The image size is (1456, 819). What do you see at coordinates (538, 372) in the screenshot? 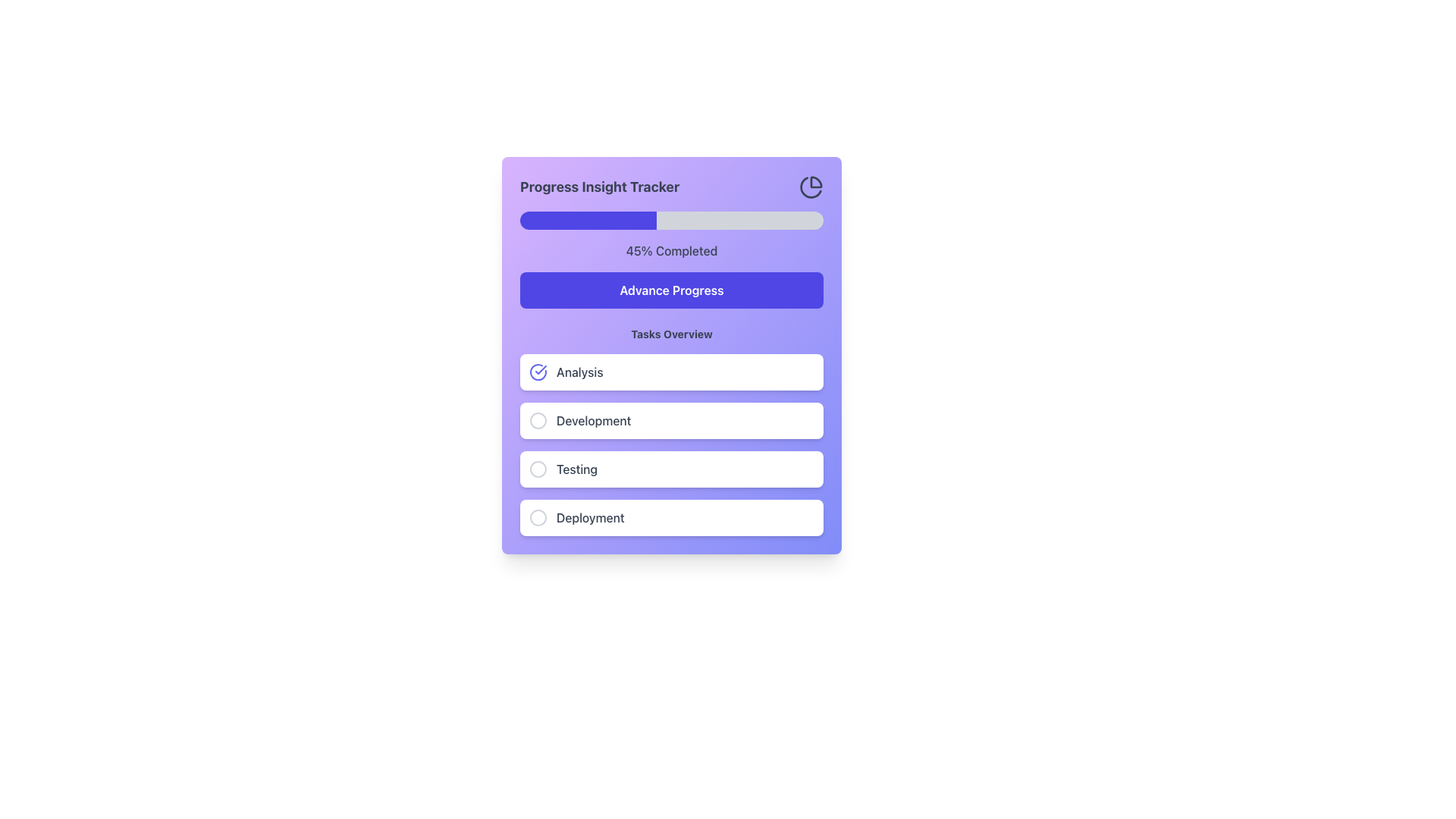
I see `the checkmark icon within a circle located adjacent to the 'Analysis' label` at bounding box center [538, 372].